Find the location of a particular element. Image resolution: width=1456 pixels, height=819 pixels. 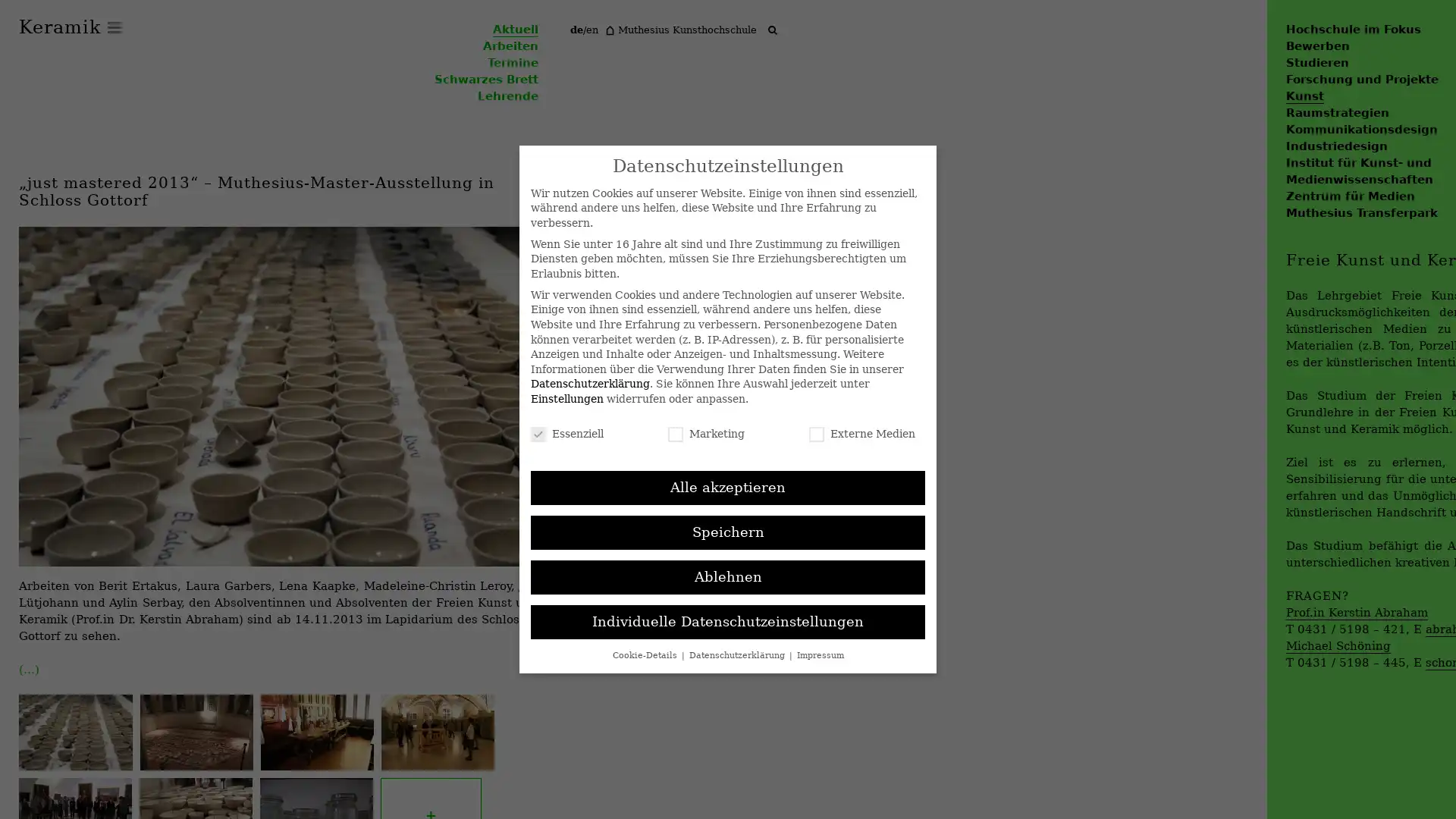

Datenschutzerklarung is located at coordinates (738, 654).